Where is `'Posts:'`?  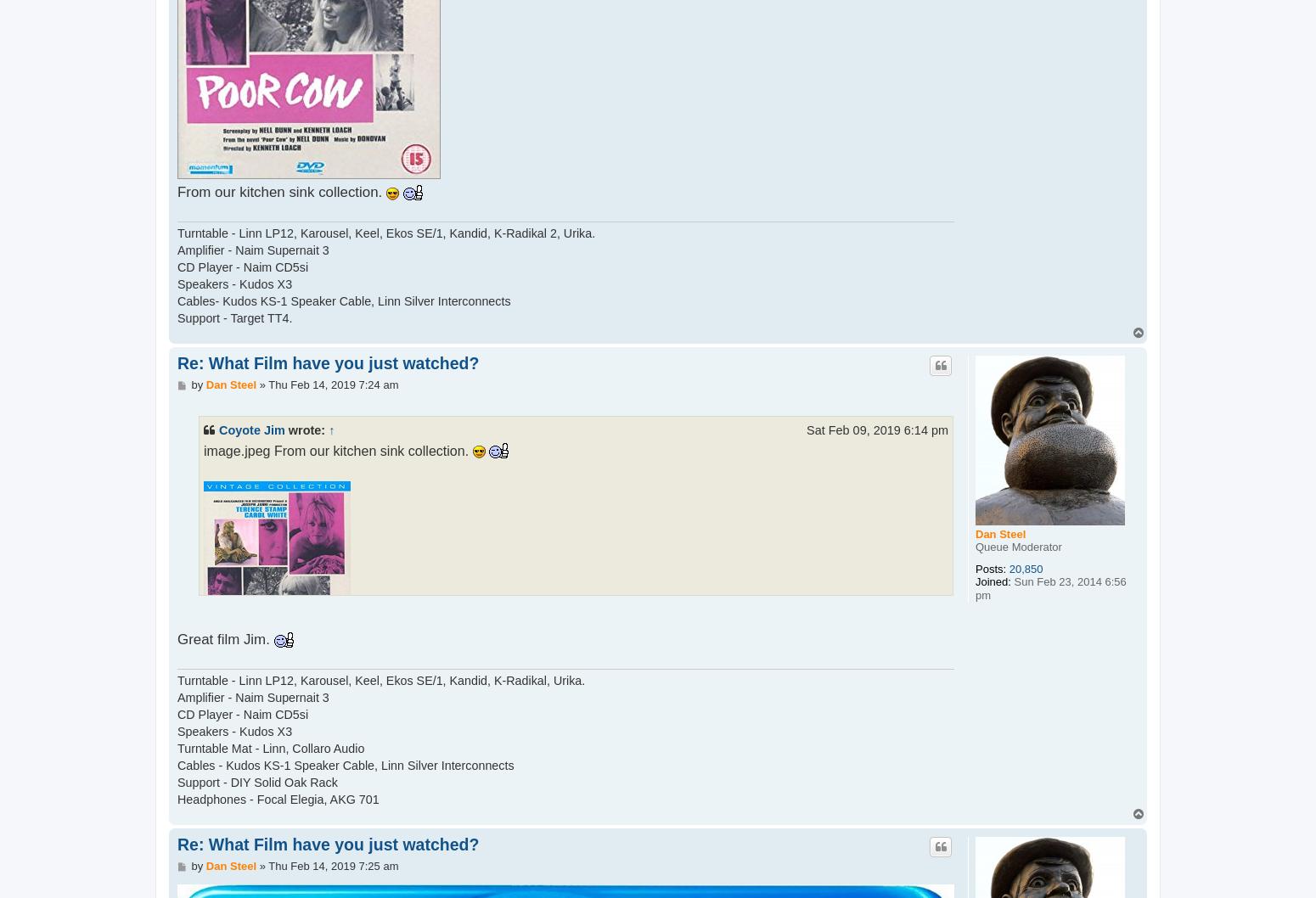 'Posts:' is located at coordinates (990, 567).